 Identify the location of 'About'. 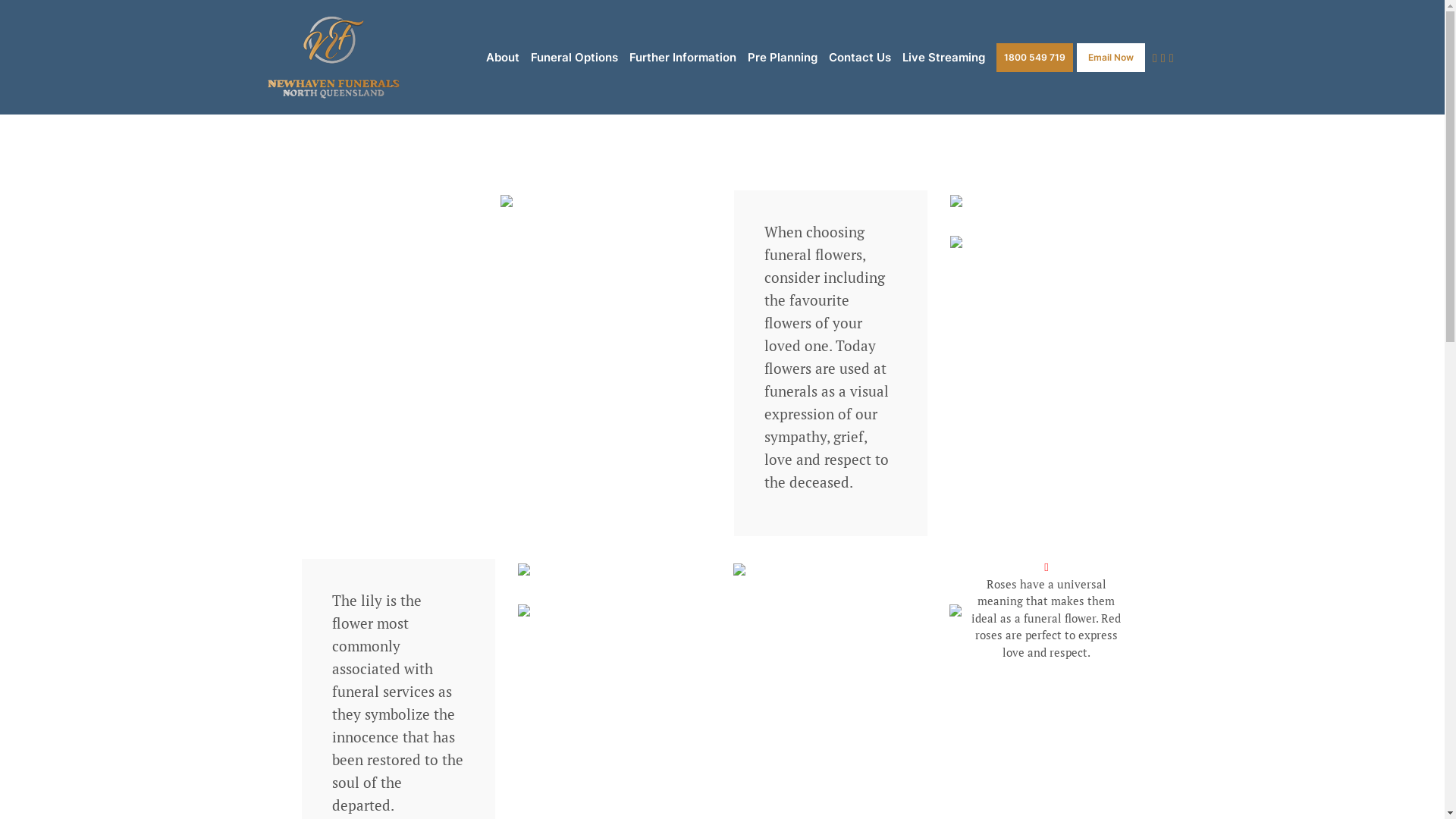
(502, 57).